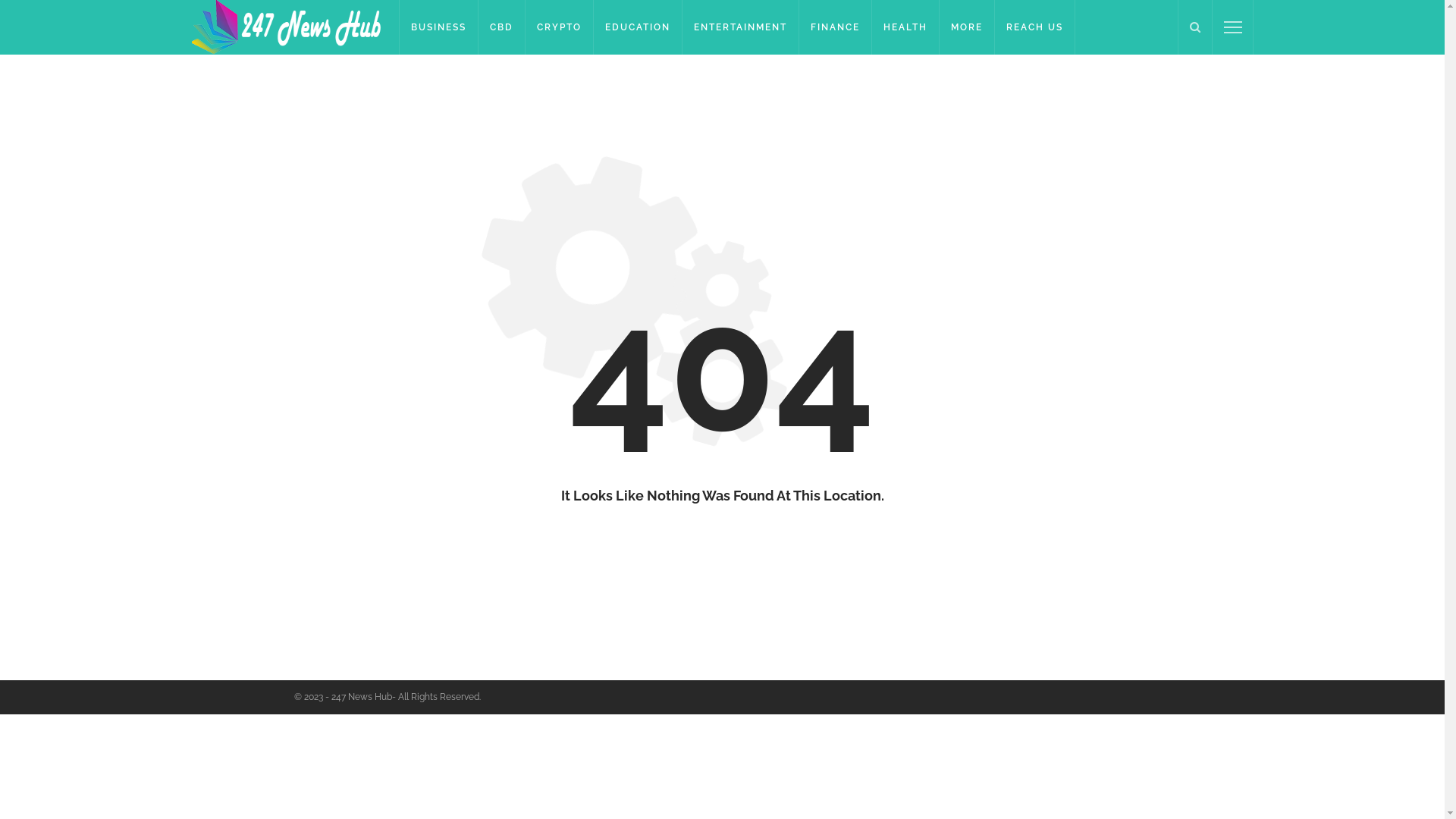 The width and height of the screenshot is (1456, 819). Describe the element at coordinates (905, 27) in the screenshot. I see `'HEALTH'` at that location.